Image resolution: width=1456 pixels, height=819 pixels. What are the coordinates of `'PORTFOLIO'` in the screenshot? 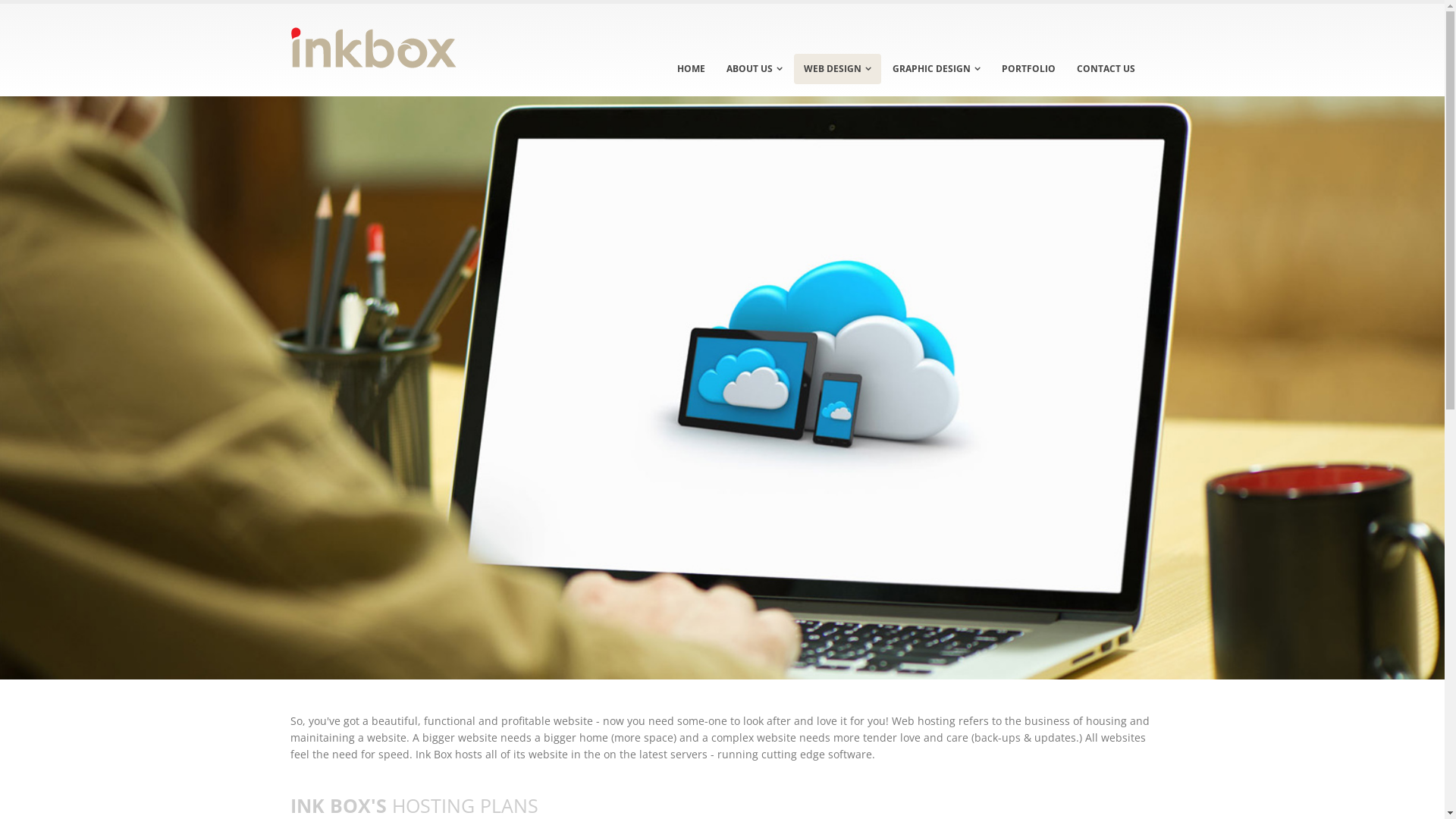 It's located at (1028, 69).